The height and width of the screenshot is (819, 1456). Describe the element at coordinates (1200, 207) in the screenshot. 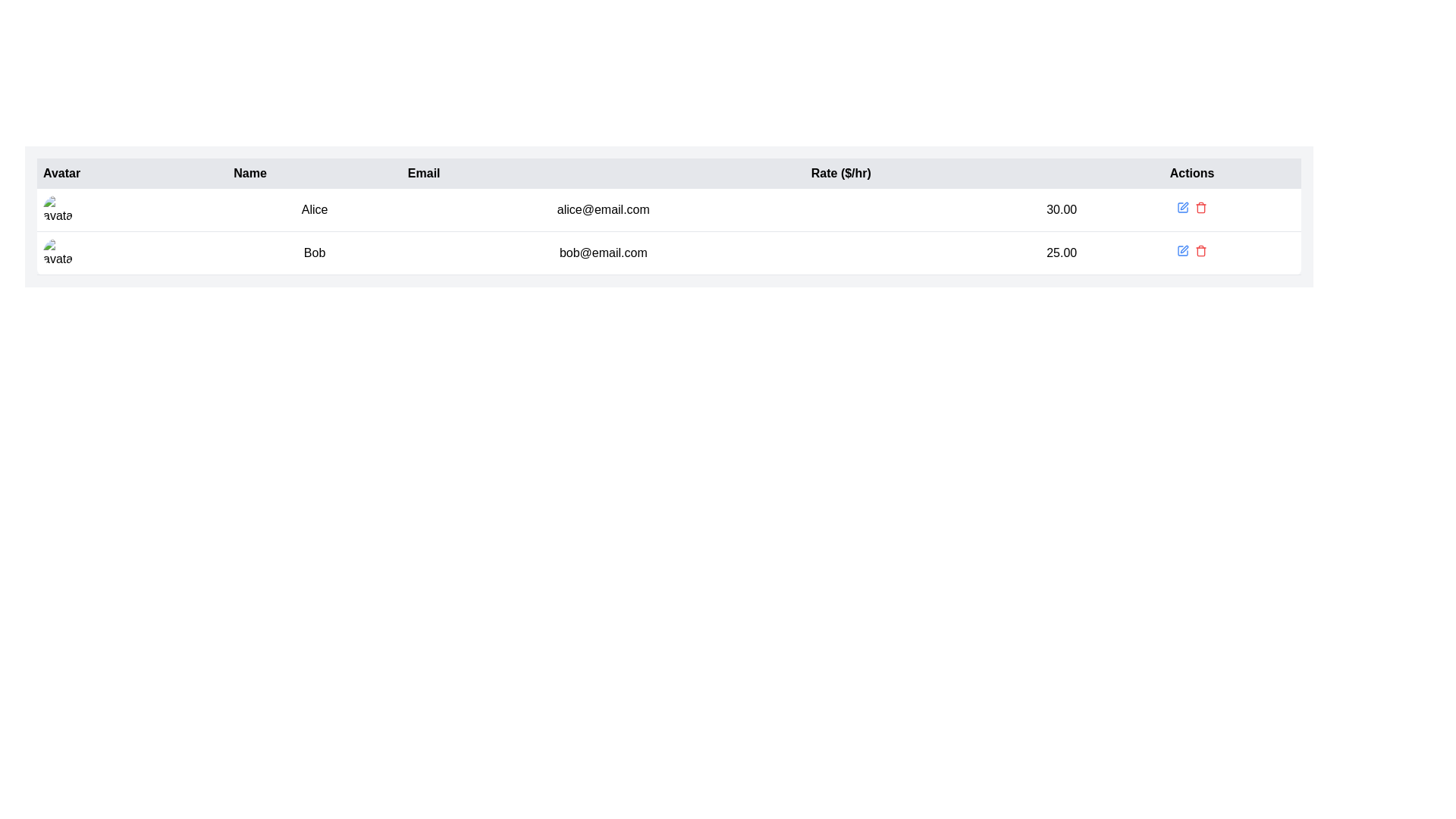

I see `the 'Delete' icon button located in the 'Actions' column of the second row of the table` at that location.